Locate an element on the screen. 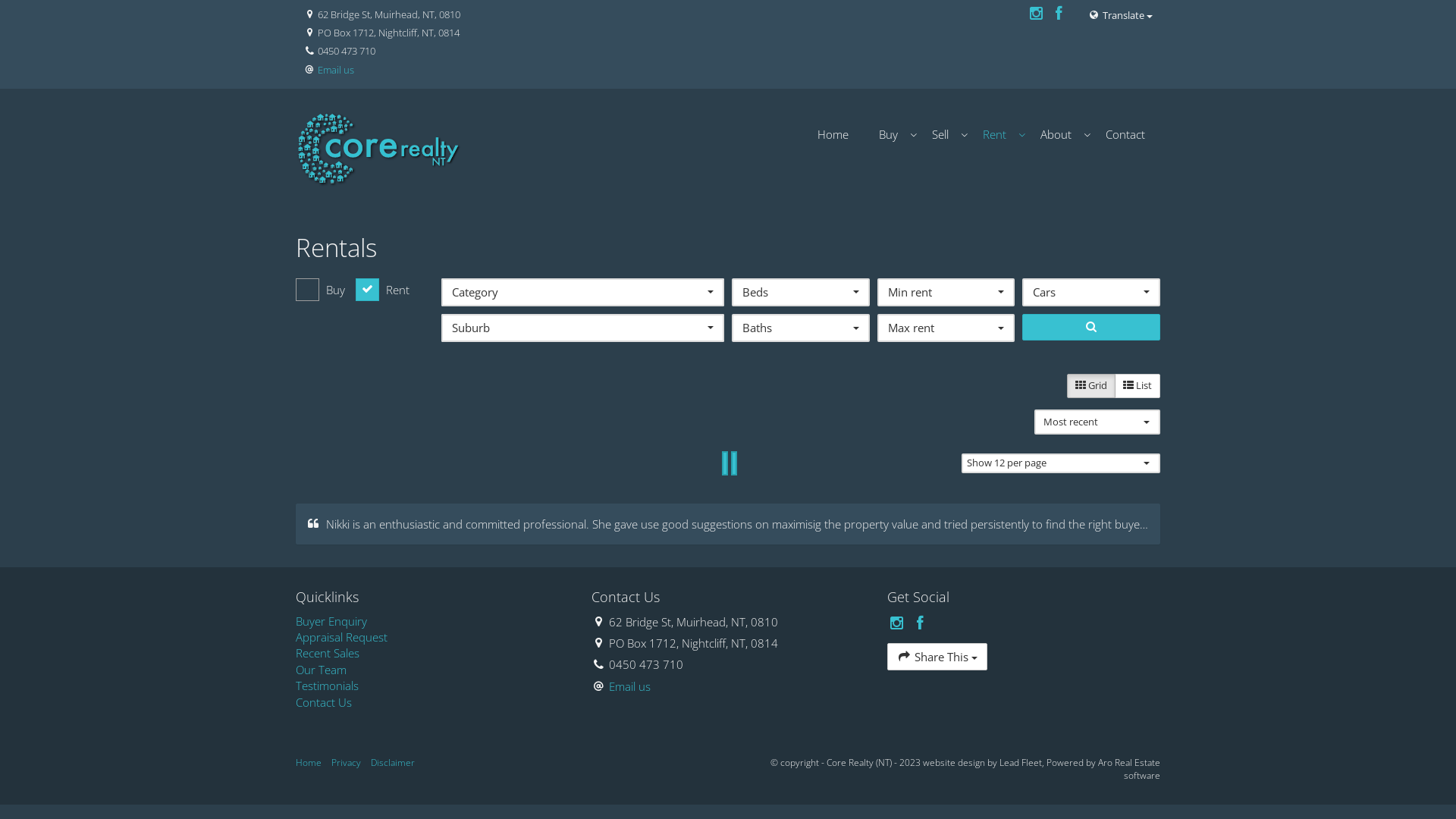 This screenshot has width=1456, height=819. 'Home' is located at coordinates (308, 762).